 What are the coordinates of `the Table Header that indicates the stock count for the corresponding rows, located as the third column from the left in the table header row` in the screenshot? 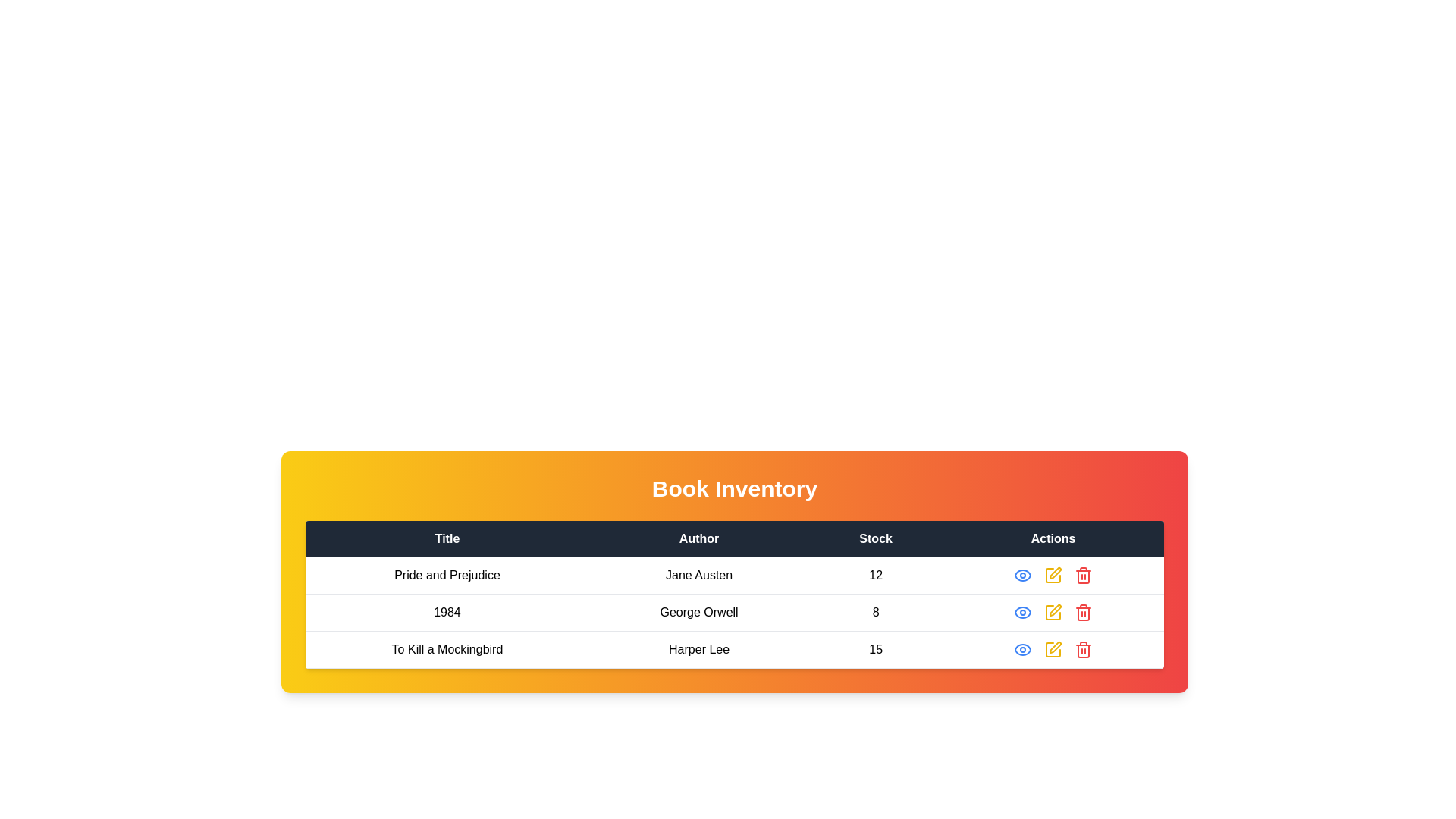 It's located at (876, 538).